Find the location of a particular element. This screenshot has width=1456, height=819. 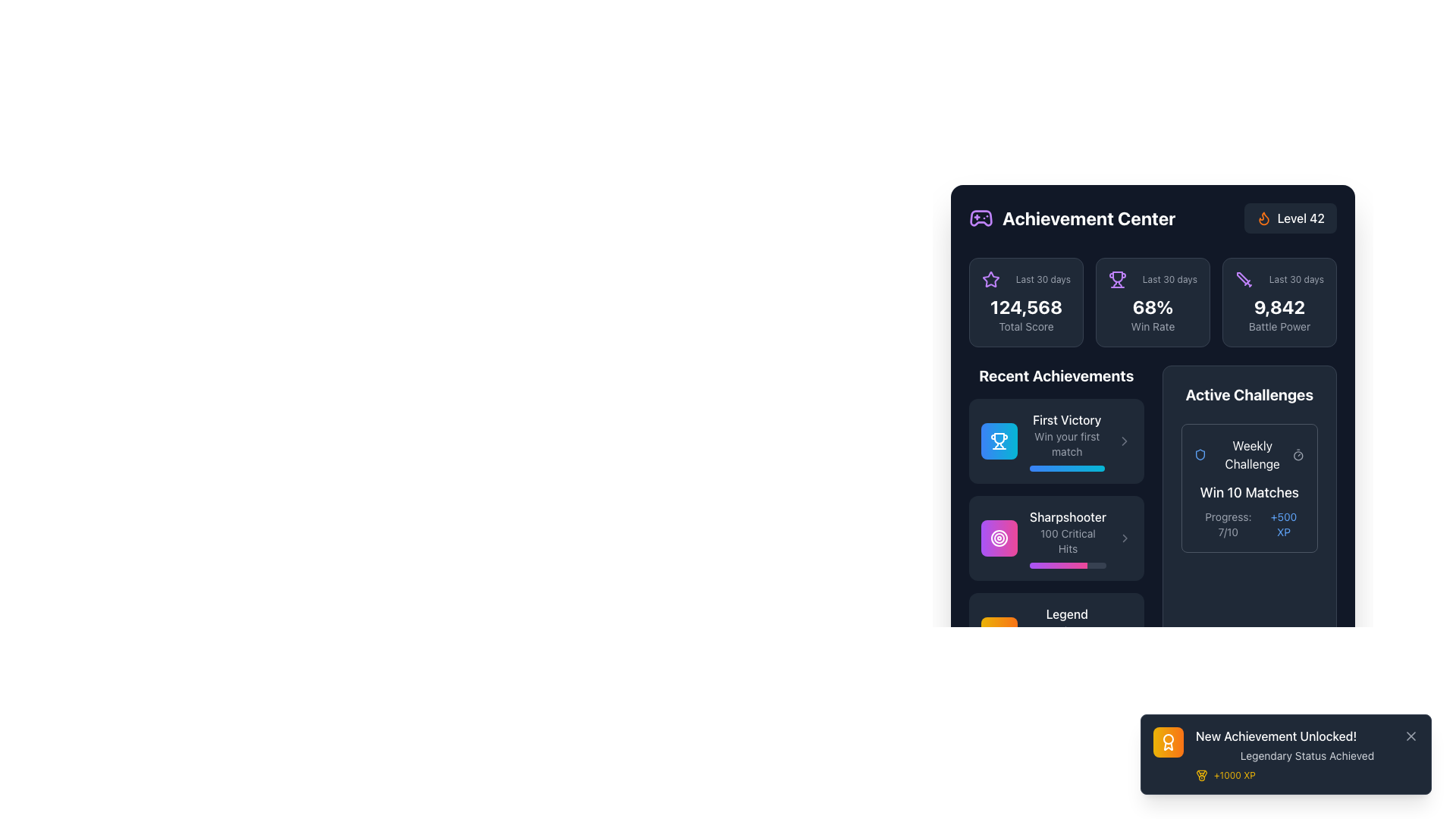

the bold, white text label that reads 'Recent Achievements', which is prominently displayed at the top of its section is located at coordinates (1056, 375).